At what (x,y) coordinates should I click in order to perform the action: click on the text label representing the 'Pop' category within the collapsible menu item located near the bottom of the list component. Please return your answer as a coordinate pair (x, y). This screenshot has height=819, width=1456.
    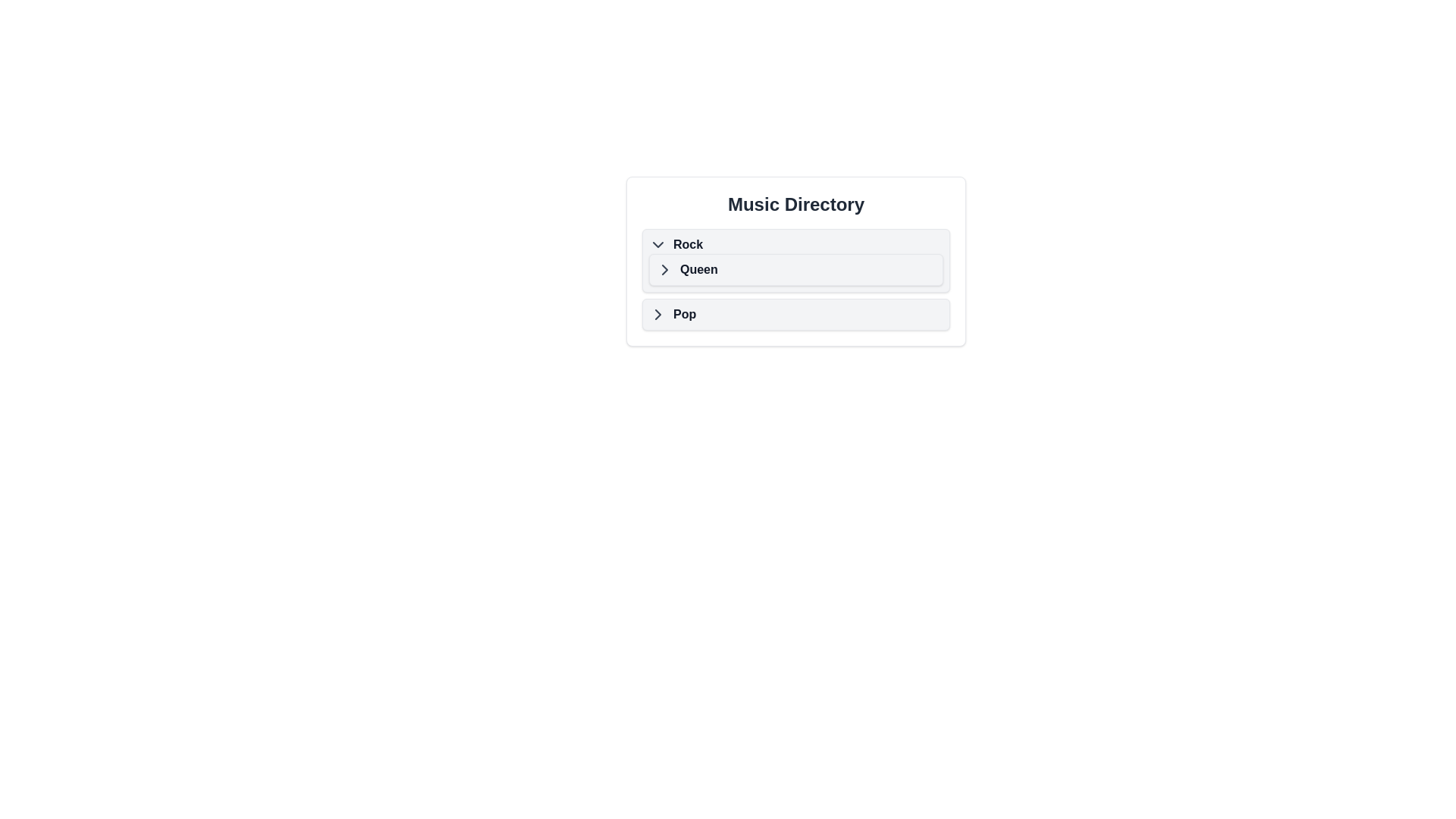
    Looking at the image, I should click on (684, 314).